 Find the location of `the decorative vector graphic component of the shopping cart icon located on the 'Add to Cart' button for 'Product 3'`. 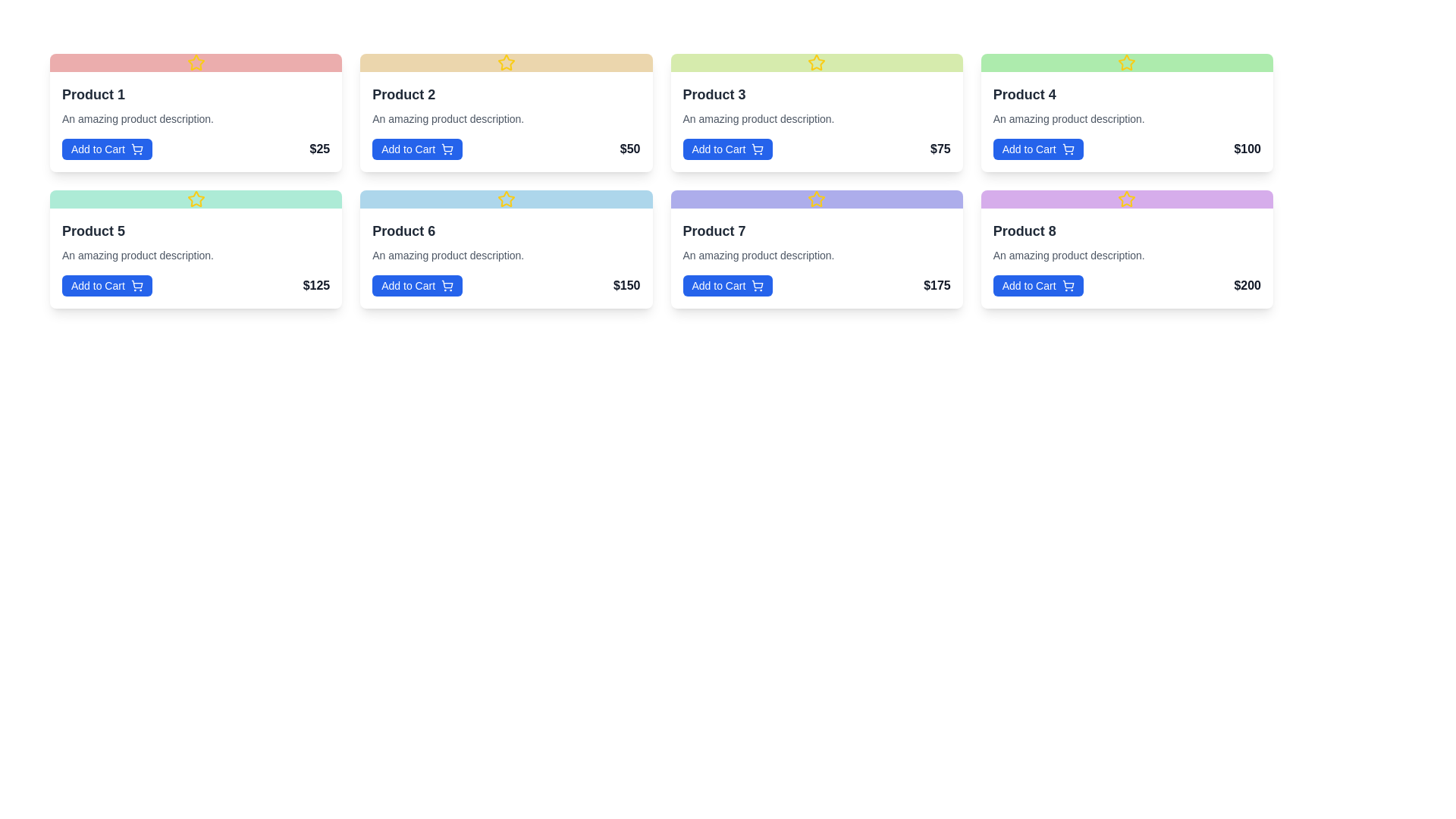

the decorative vector graphic component of the shopping cart icon located on the 'Add to Cart' button for 'Product 3' is located at coordinates (758, 148).